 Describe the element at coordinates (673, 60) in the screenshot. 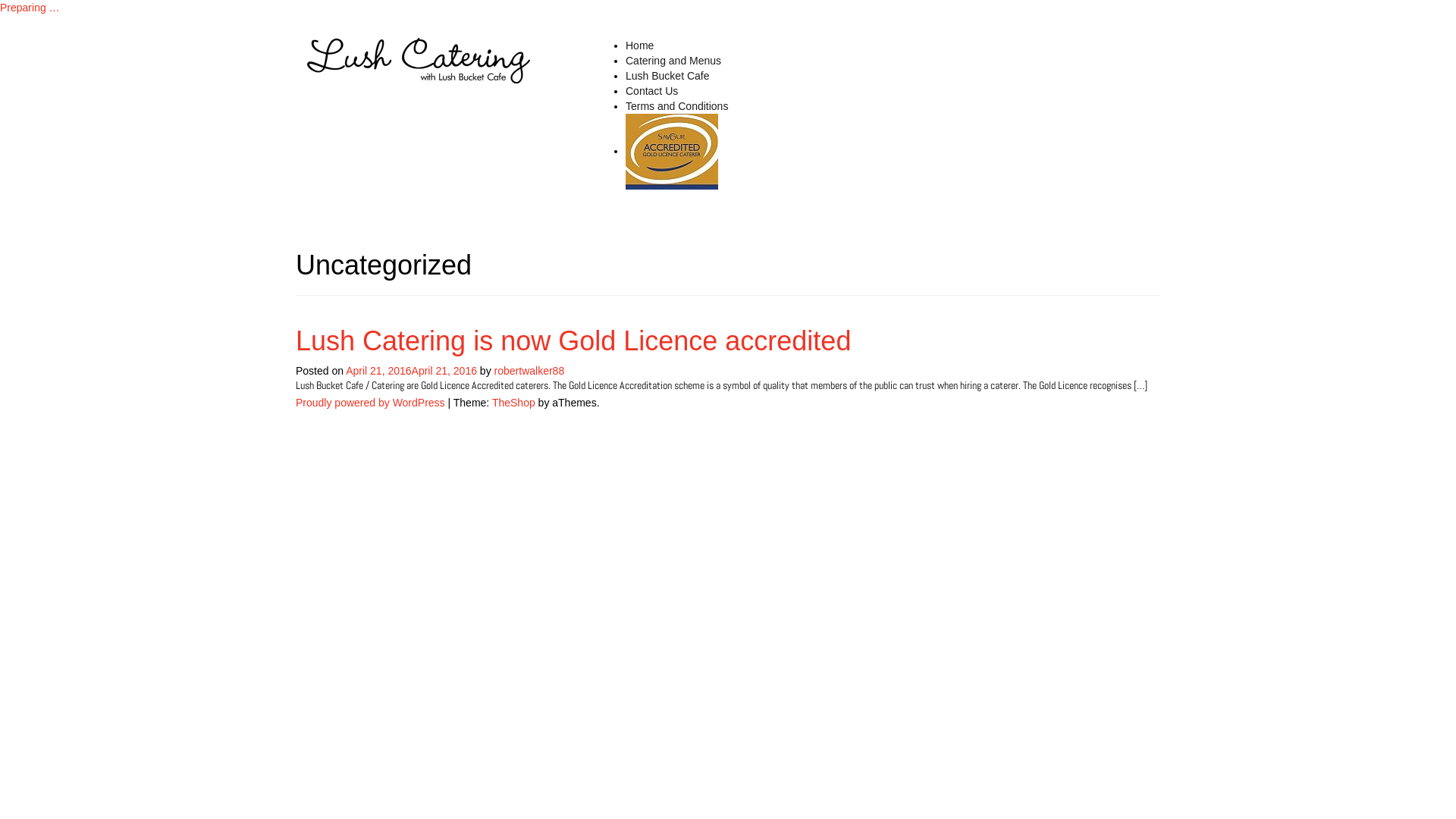

I see `'Catering and Menus'` at that location.